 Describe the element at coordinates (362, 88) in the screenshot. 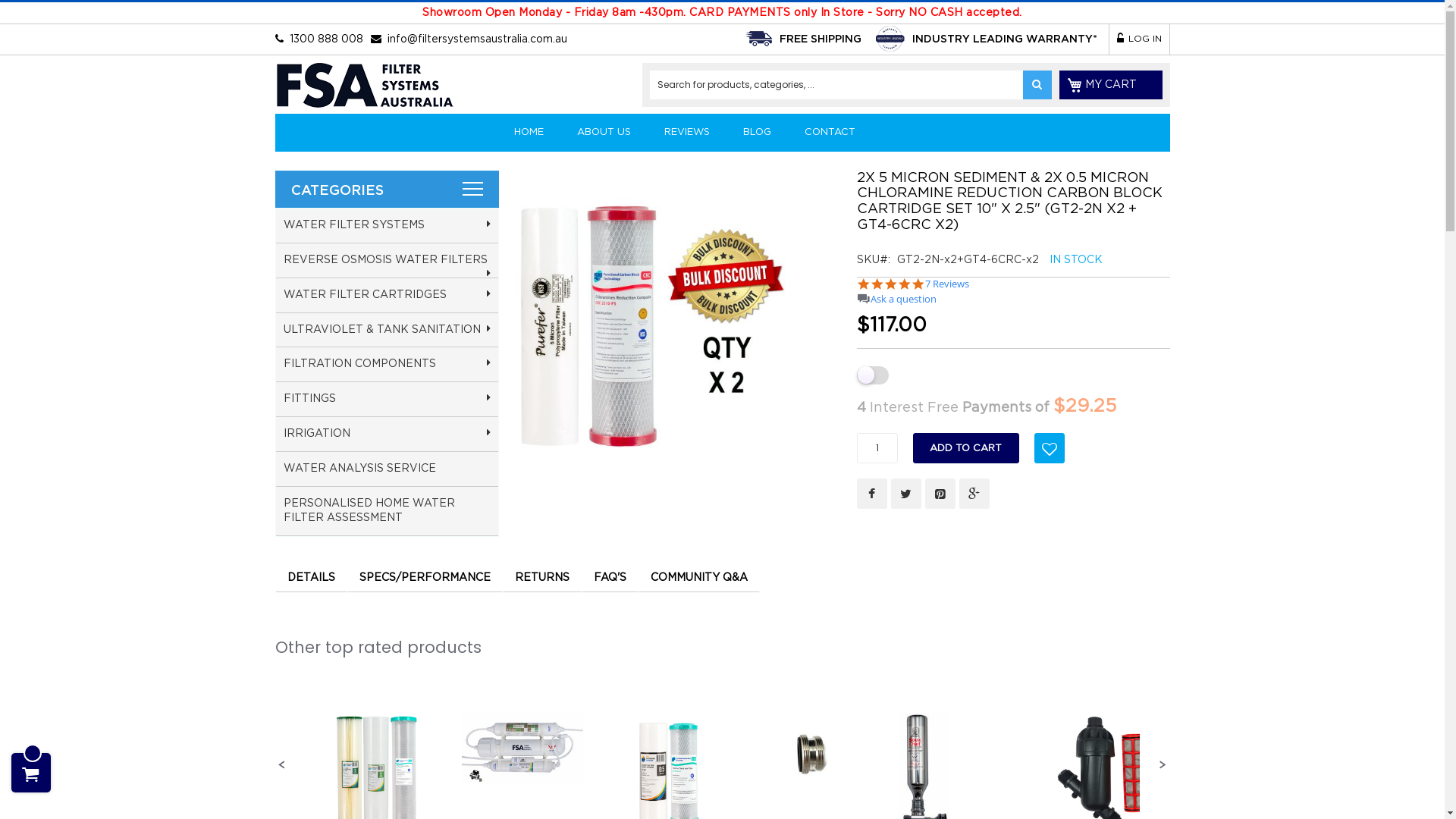

I see `'Filter System Australia'` at that location.